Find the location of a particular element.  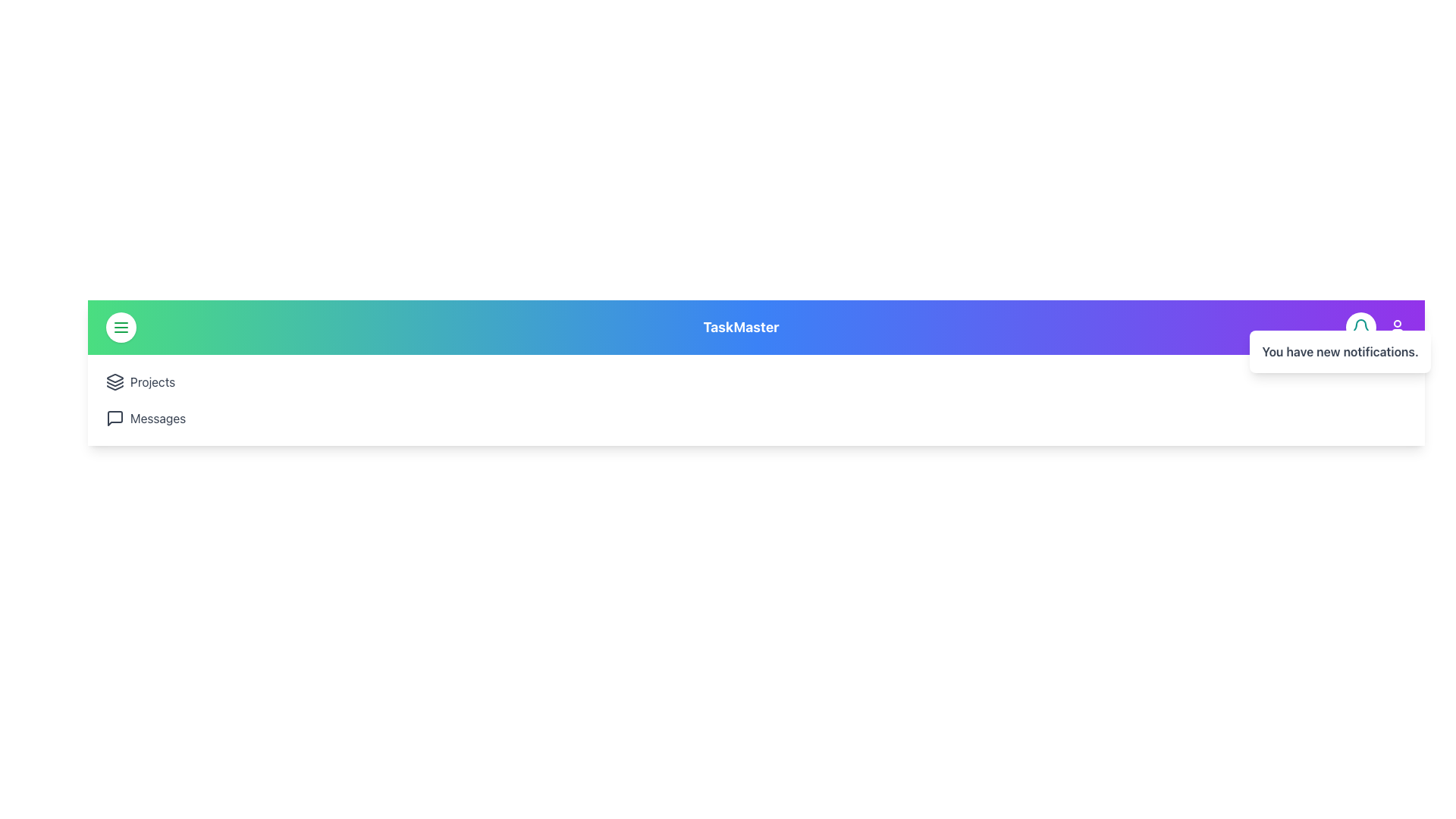

the branding label that indicates the name of the application, centrally located within the application header is located at coordinates (741, 327).